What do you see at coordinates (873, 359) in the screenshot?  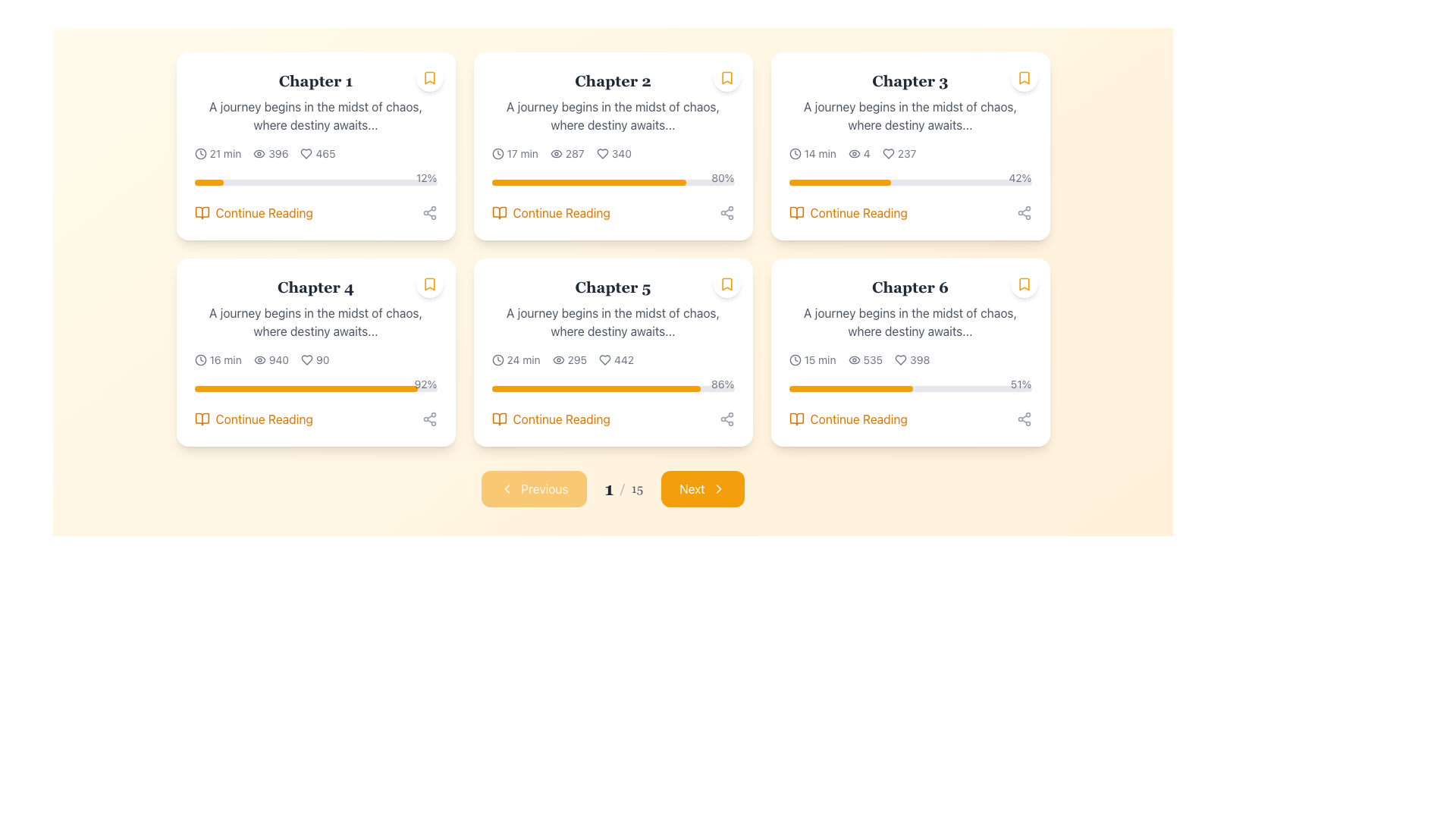 I see `the static text element displaying '535' which indicates the view count, located to the right of the eye icon in the 'Chapter 6' card` at bounding box center [873, 359].